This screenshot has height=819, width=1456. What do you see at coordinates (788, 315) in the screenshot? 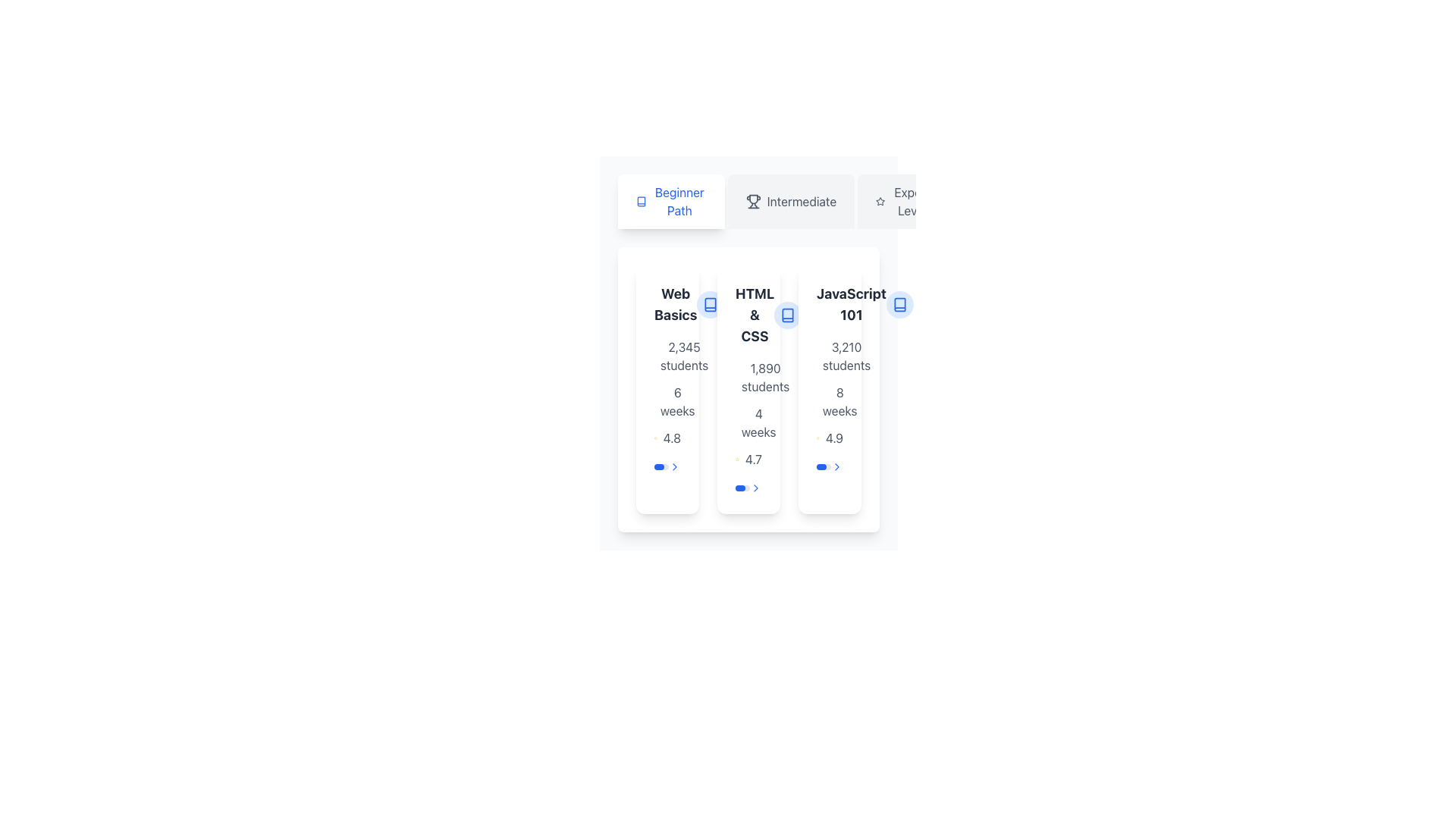
I see `the icon located at the top right of the 'HTML & CSS' card, which serves as a visual indicator for the course` at bounding box center [788, 315].